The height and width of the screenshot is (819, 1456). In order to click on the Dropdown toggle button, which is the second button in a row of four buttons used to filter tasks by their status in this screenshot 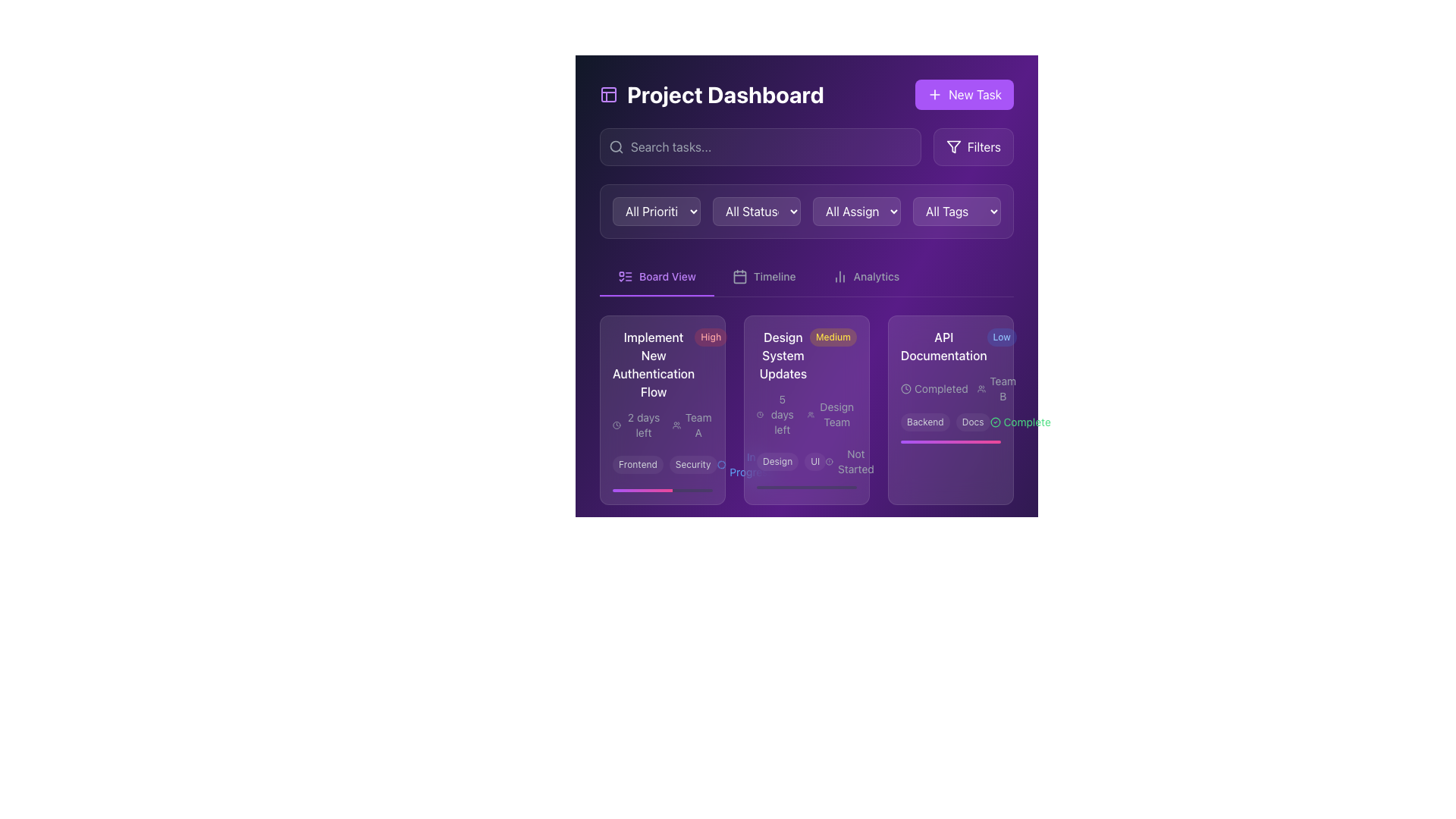, I will do `click(757, 211)`.